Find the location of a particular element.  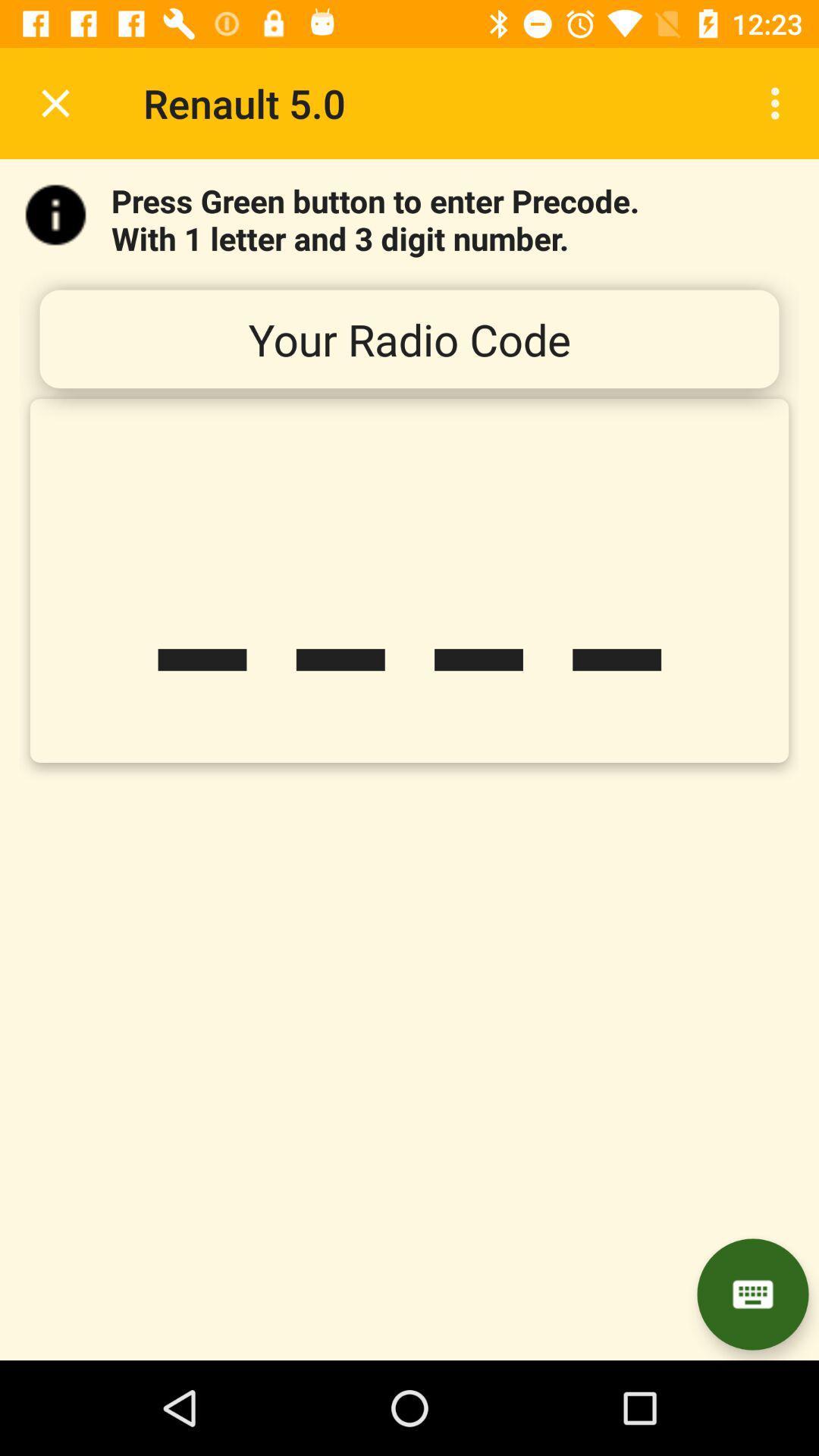

letter number pad is located at coordinates (752, 1294).